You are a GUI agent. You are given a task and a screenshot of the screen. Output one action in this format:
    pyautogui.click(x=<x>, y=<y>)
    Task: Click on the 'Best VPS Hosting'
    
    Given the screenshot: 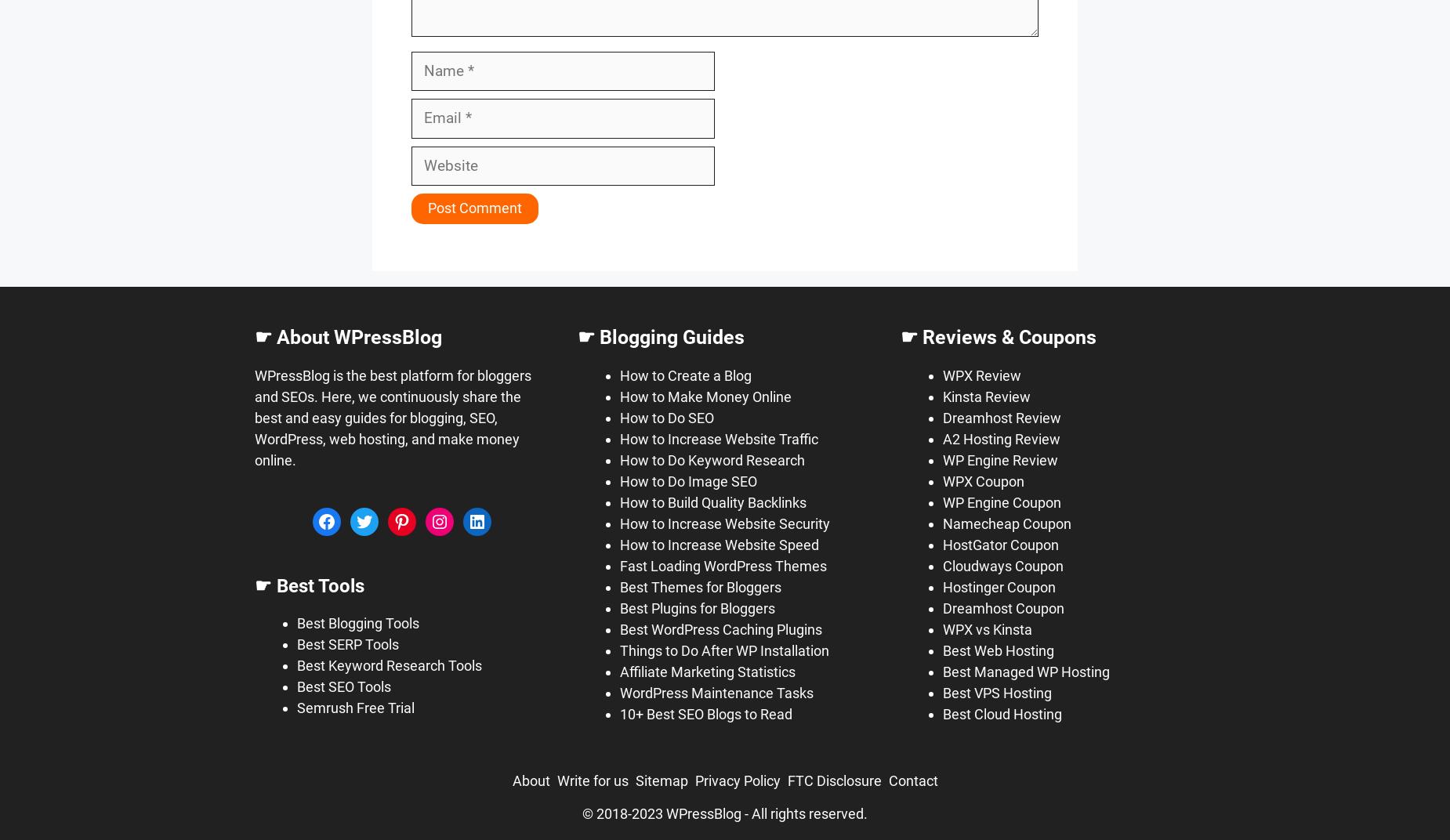 What is the action you would take?
    pyautogui.click(x=996, y=692)
    